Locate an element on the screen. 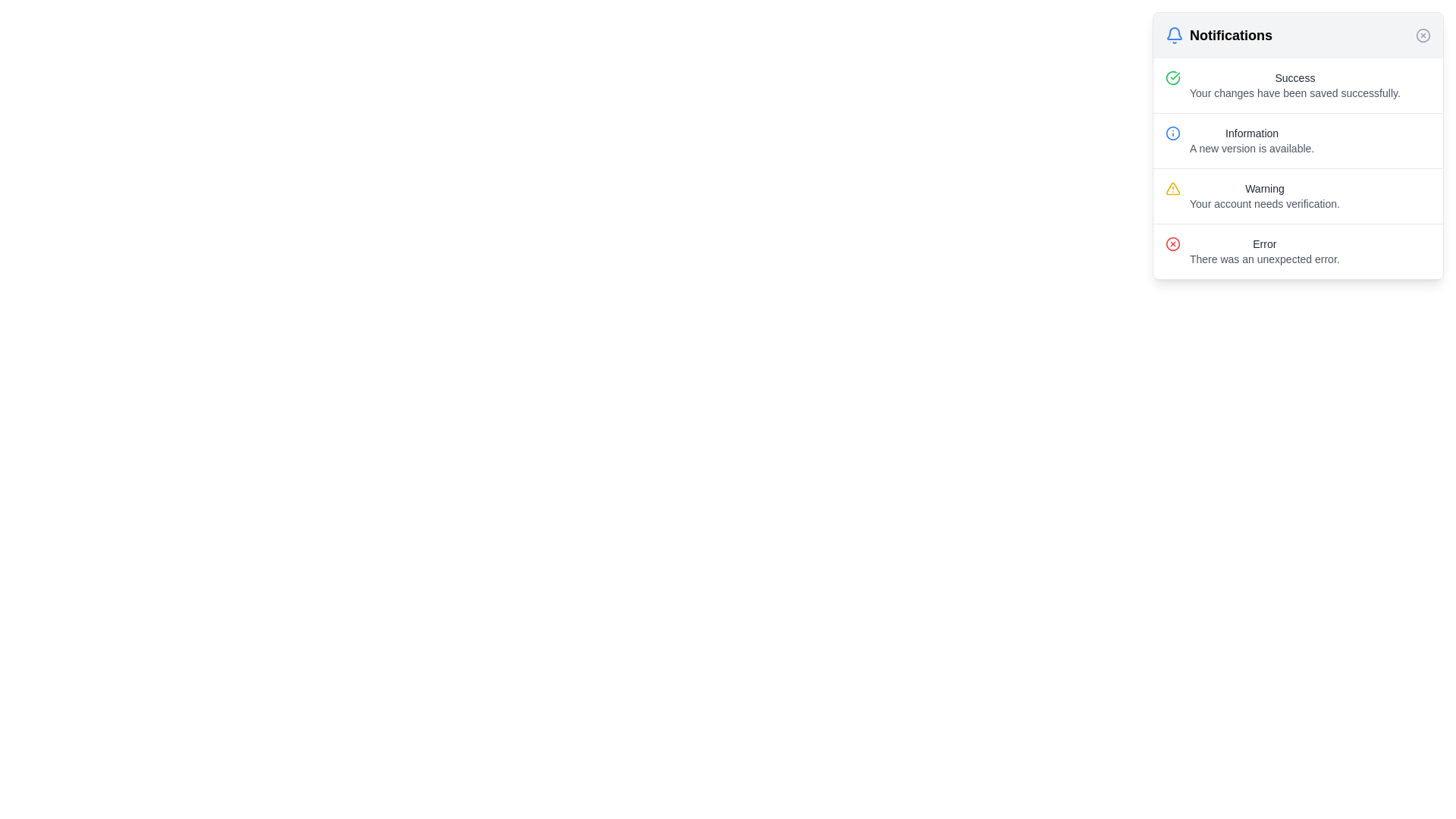  the notification message titled 'Success' that indicates 'Your changes have been saved successfully.' is located at coordinates (1294, 85).